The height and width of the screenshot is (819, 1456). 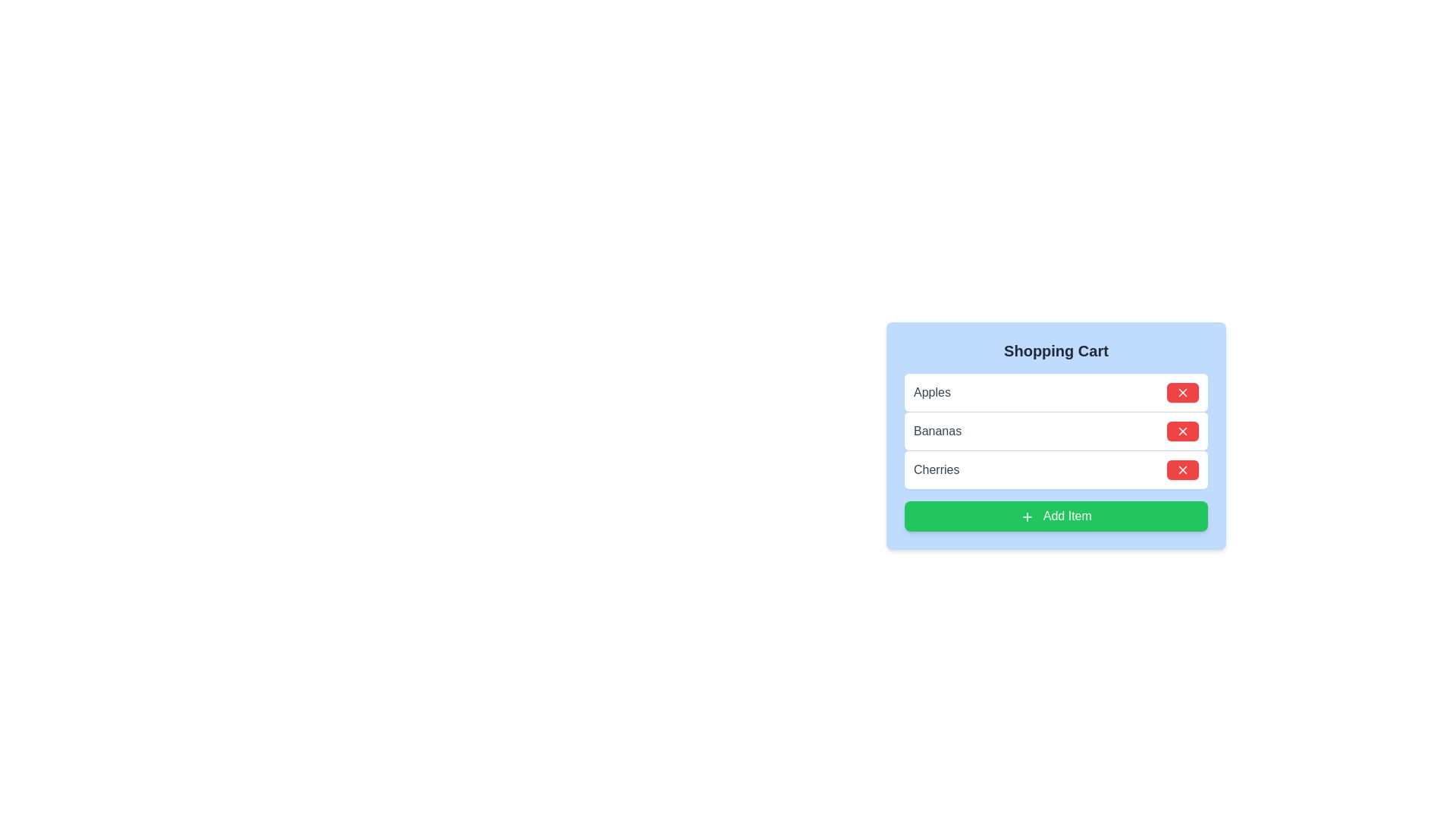 What do you see at coordinates (1182, 391) in the screenshot?
I see `the button that removes 'Apples' from the list to observe interactivity effects` at bounding box center [1182, 391].